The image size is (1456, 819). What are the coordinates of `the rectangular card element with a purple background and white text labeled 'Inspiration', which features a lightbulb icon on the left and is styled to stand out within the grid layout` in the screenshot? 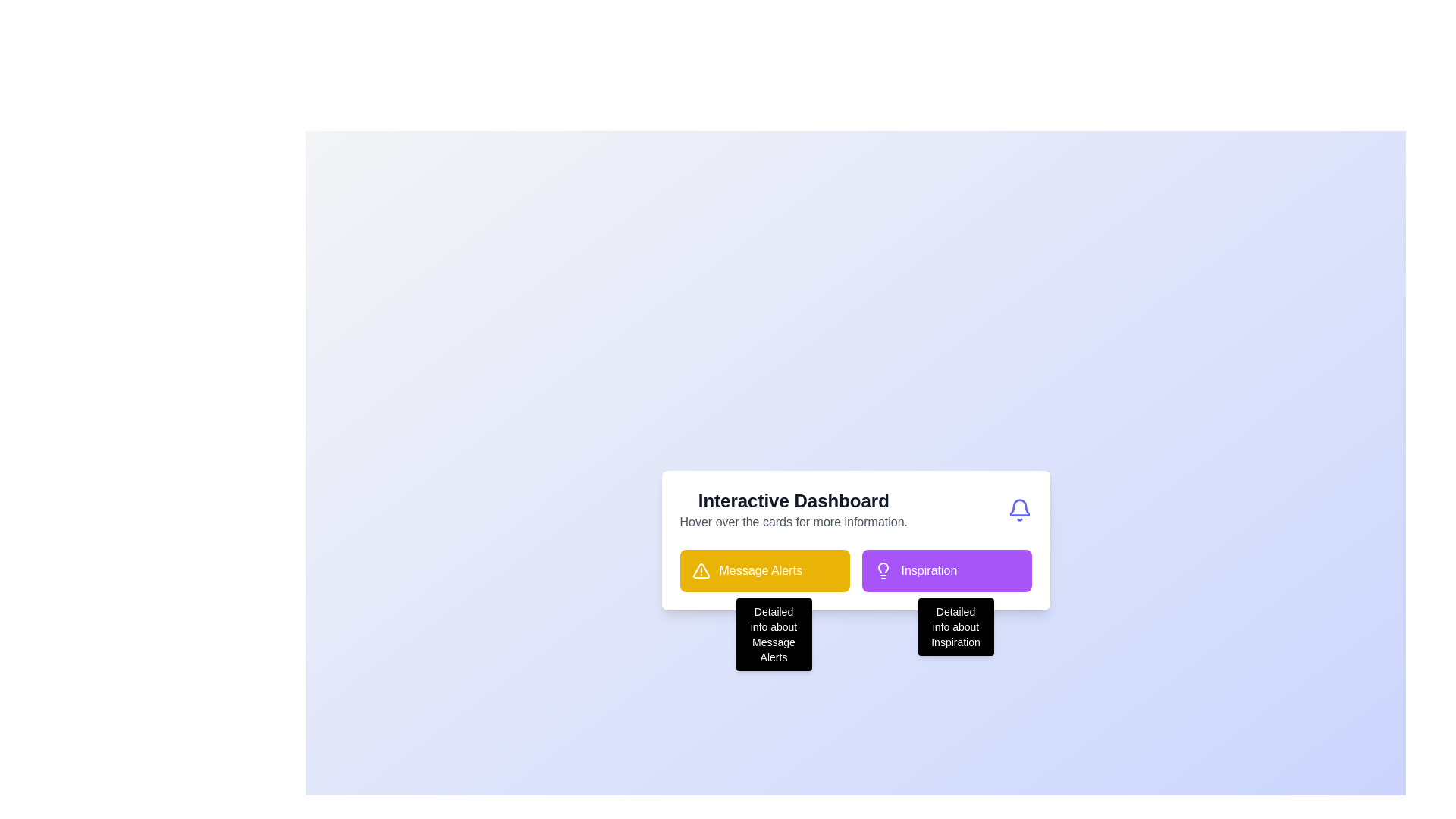 It's located at (946, 570).